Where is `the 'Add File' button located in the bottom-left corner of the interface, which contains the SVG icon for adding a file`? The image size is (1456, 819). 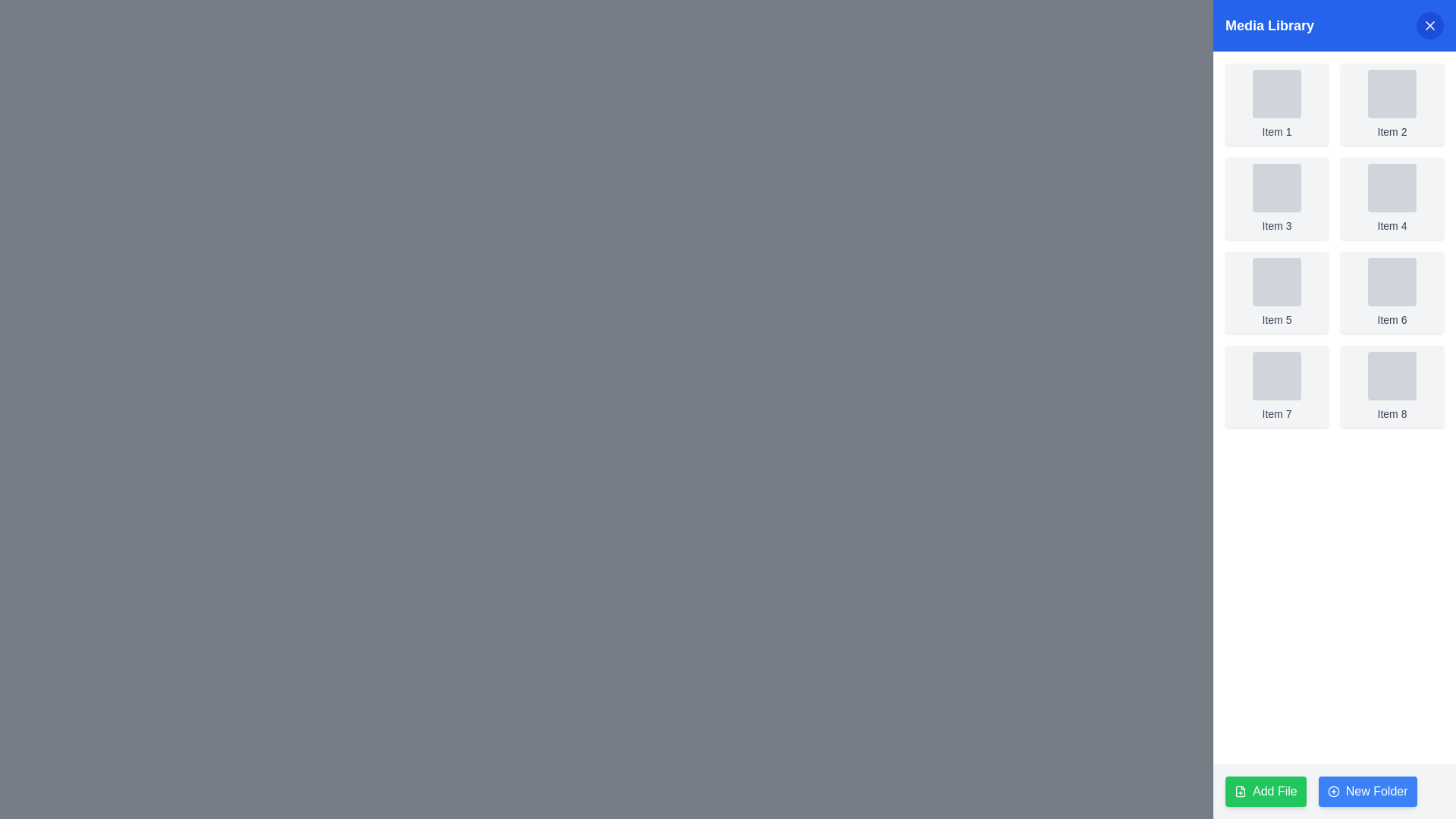
the 'Add File' button located in the bottom-left corner of the interface, which contains the SVG icon for adding a file is located at coordinates (1241, 791).